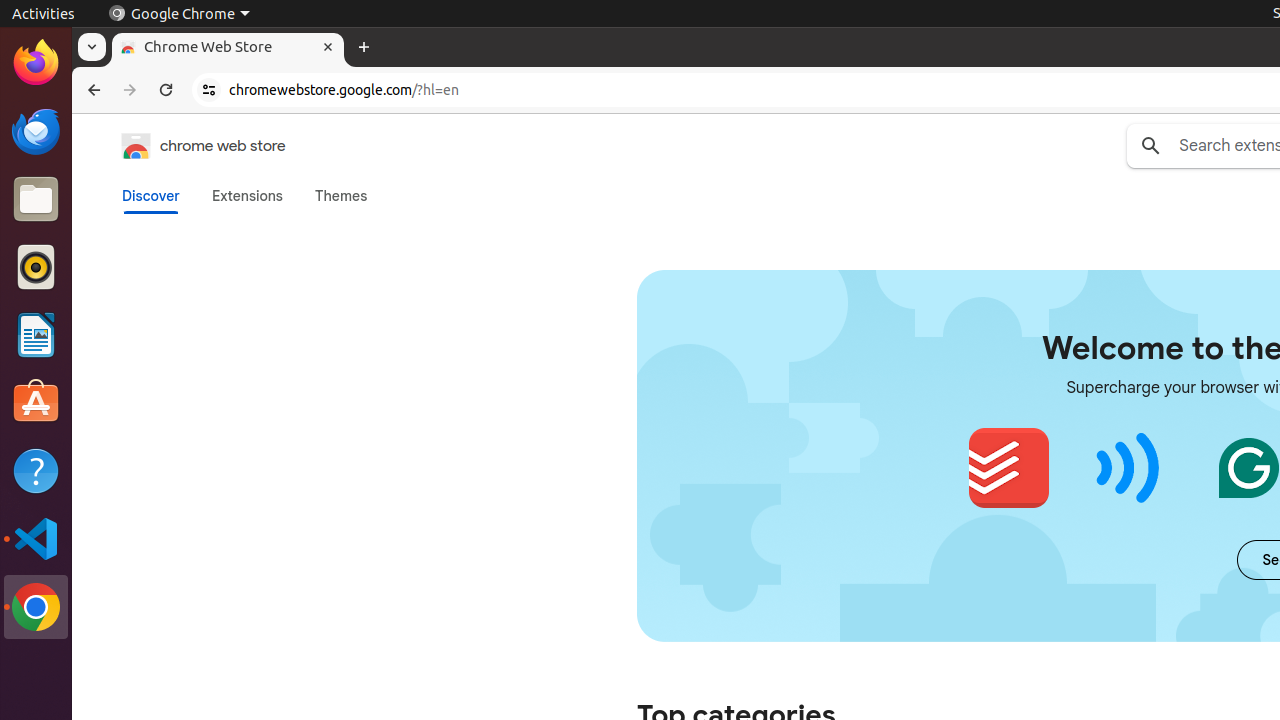  Describe the element at coordinates (340, 195) in the screenshot. I see `'Themes'` at that location.